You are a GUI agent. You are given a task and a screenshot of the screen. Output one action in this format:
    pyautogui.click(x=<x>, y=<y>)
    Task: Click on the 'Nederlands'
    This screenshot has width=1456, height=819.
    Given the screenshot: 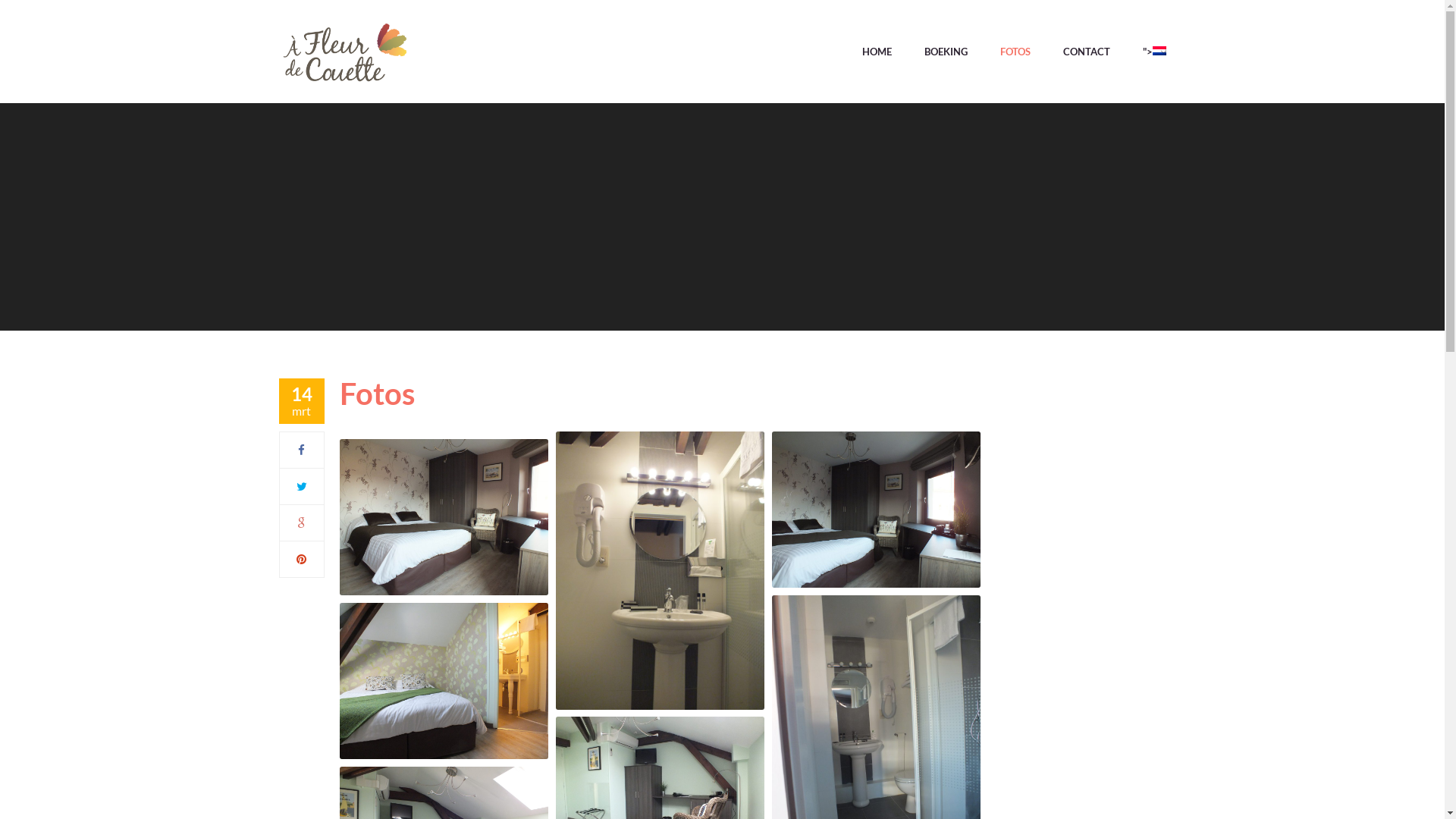 What is the action you would take?
    pyautogui.click(x=1159, y=49)
    